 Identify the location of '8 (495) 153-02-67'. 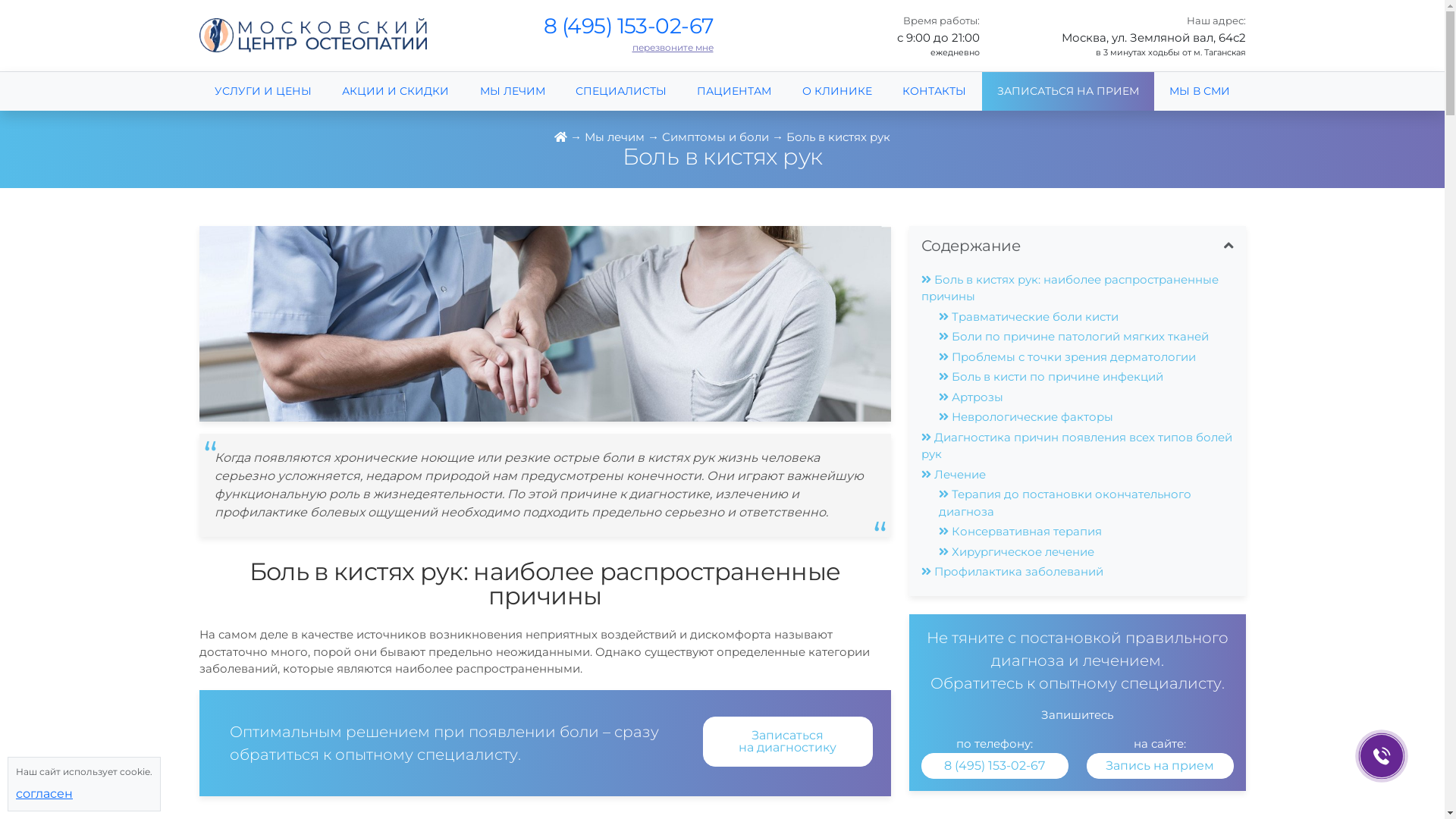
(994, 765).